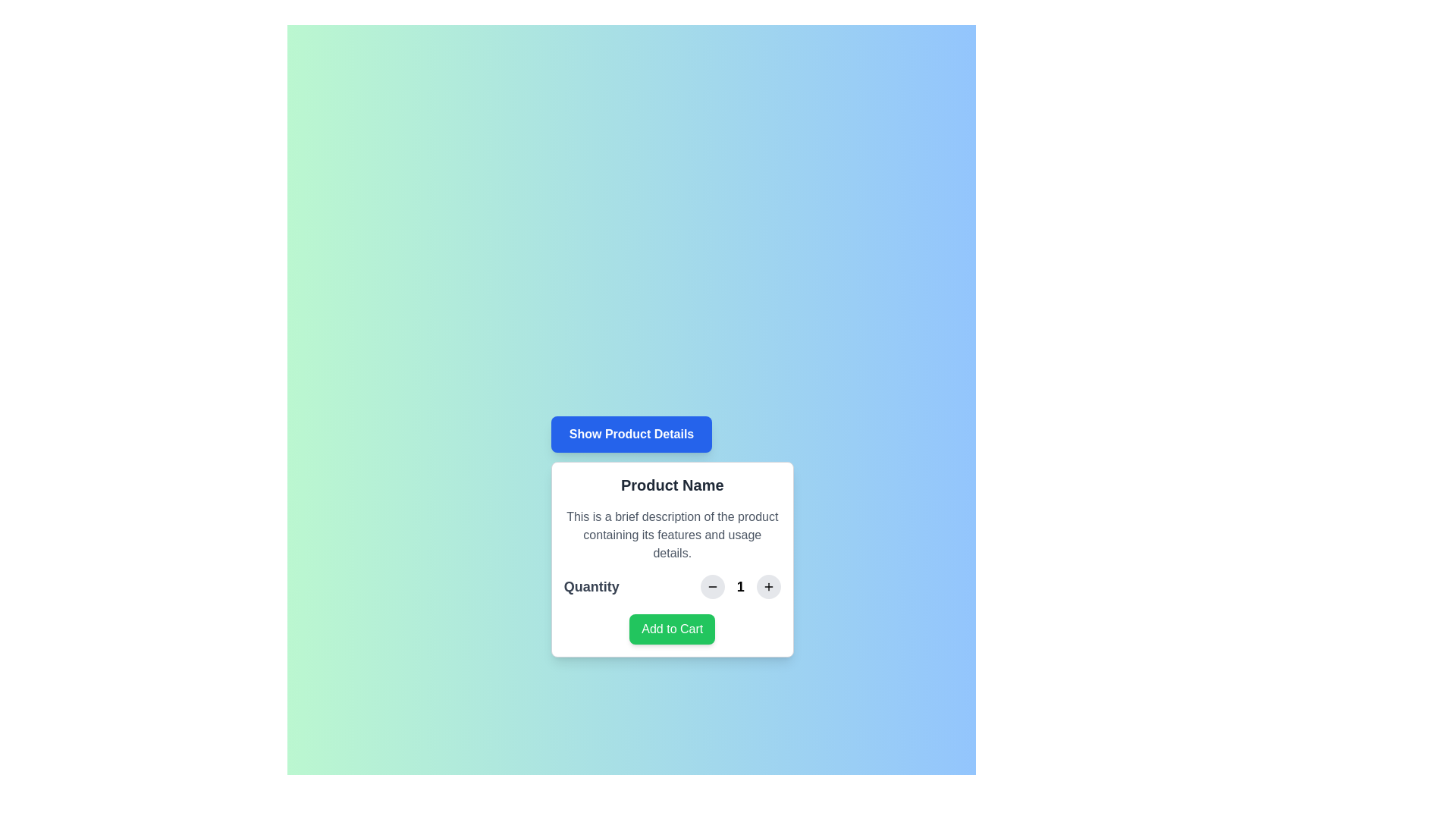 The height and width of the screenshot is (819, 1456). I want to click on the decrement button of the Quantity selector located inside the modal displaying product details to decrease the quantity, so click(671, 586).